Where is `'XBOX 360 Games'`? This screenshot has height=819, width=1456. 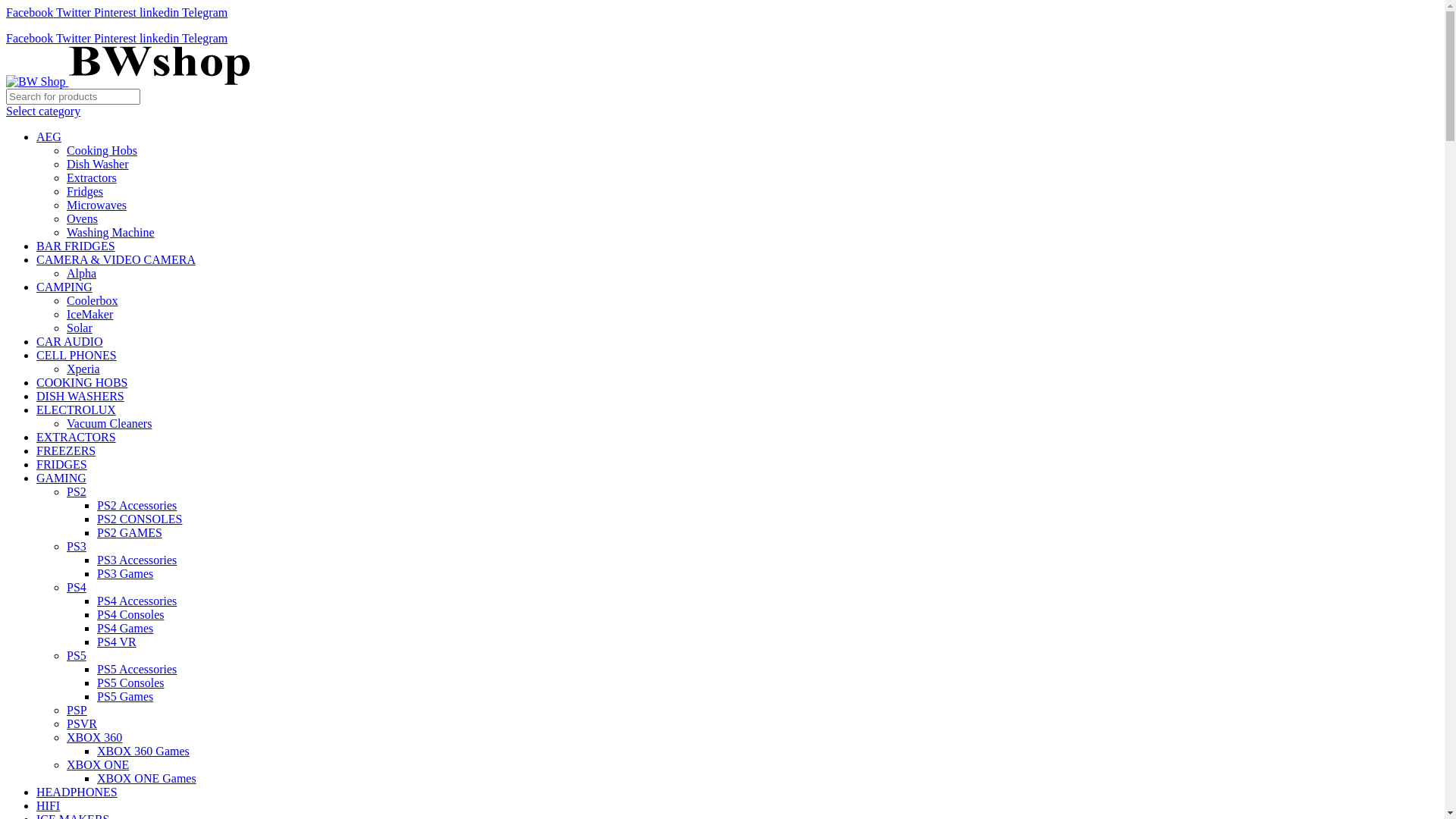 'XBOX 360 Games' is located at coordinates (96, 751).